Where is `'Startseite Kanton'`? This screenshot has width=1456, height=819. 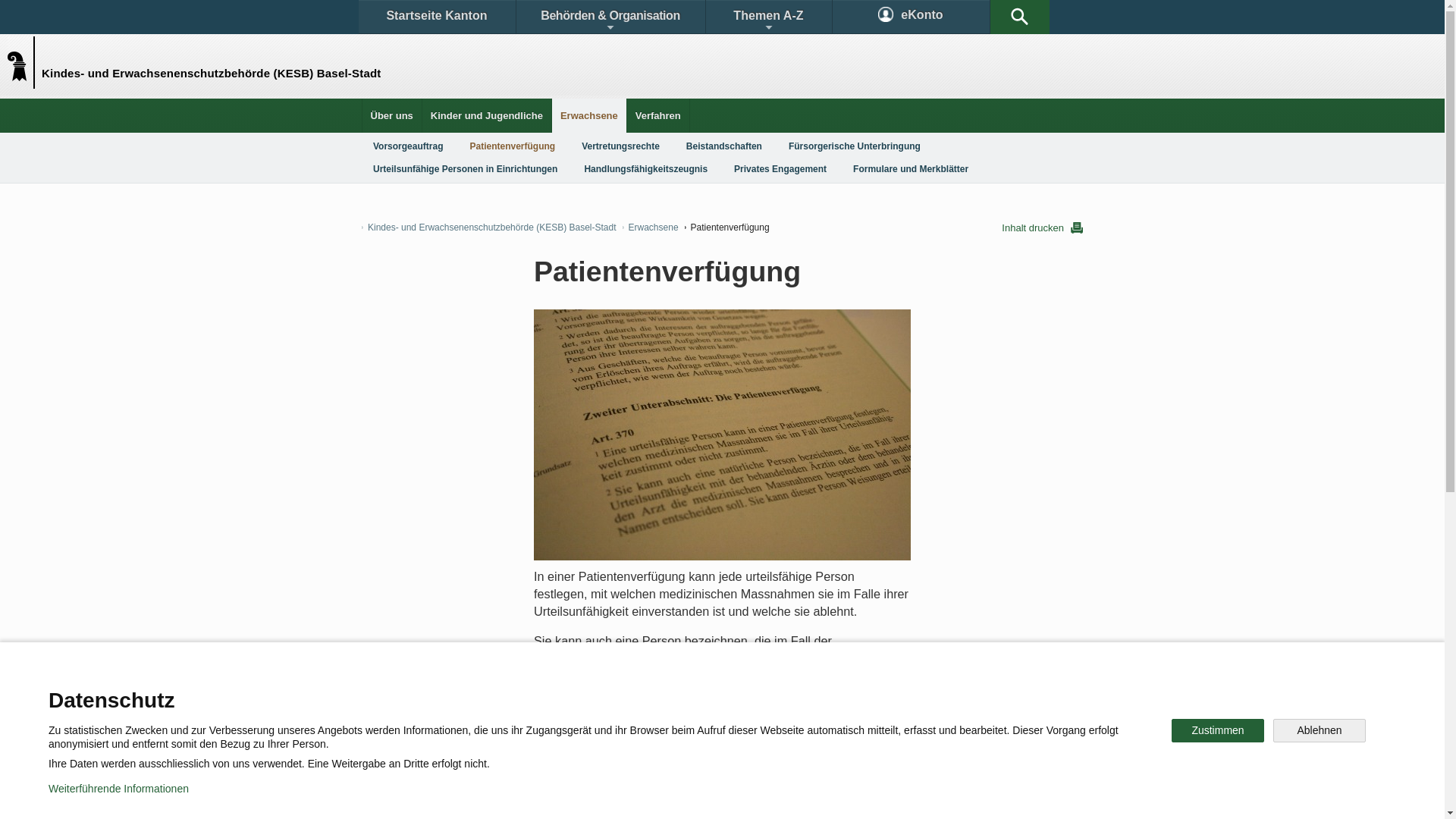 'Startseite Kanton' is located at coordinates (435, 17).